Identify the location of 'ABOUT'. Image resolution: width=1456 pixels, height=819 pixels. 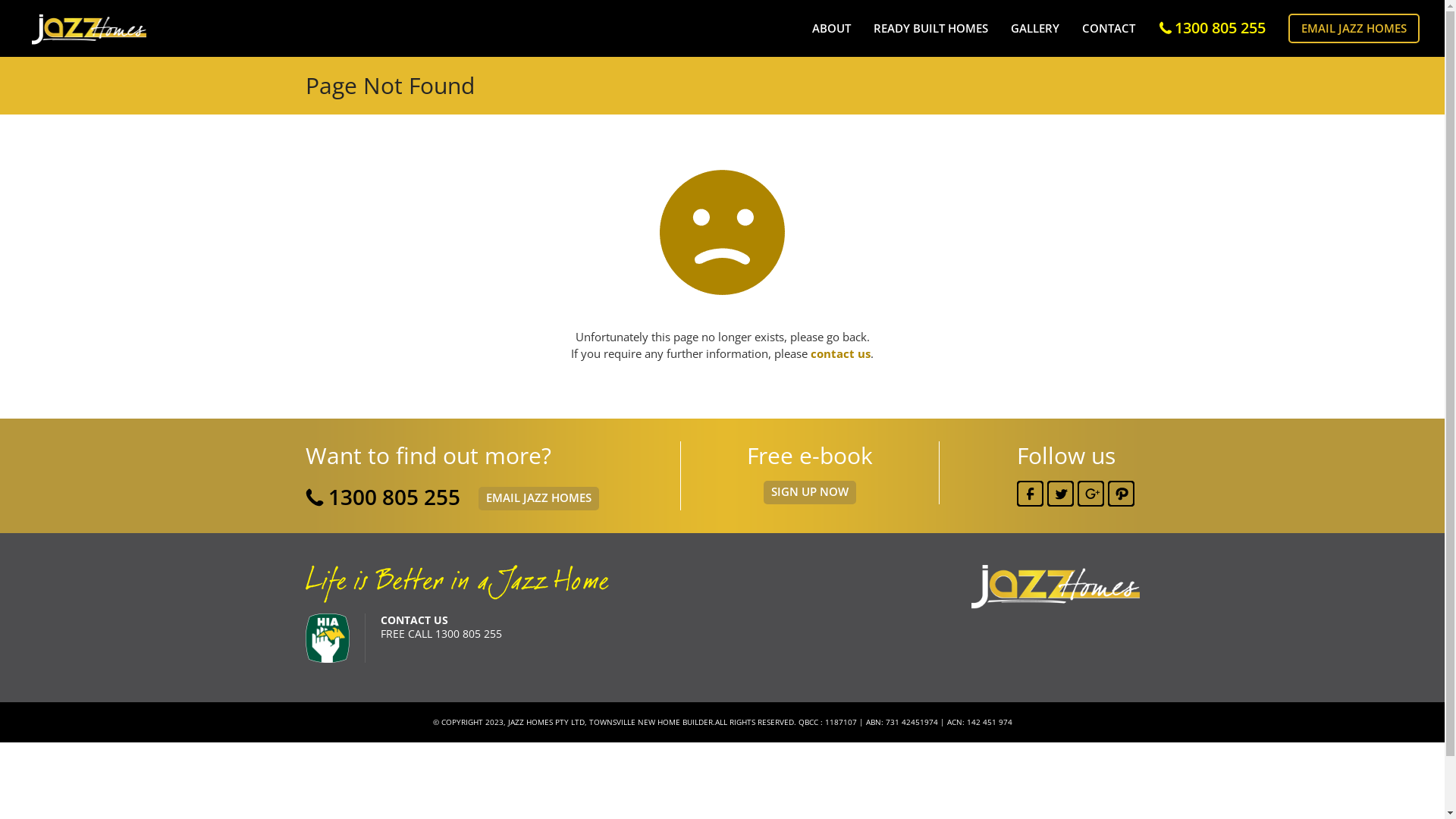
(830, 28).